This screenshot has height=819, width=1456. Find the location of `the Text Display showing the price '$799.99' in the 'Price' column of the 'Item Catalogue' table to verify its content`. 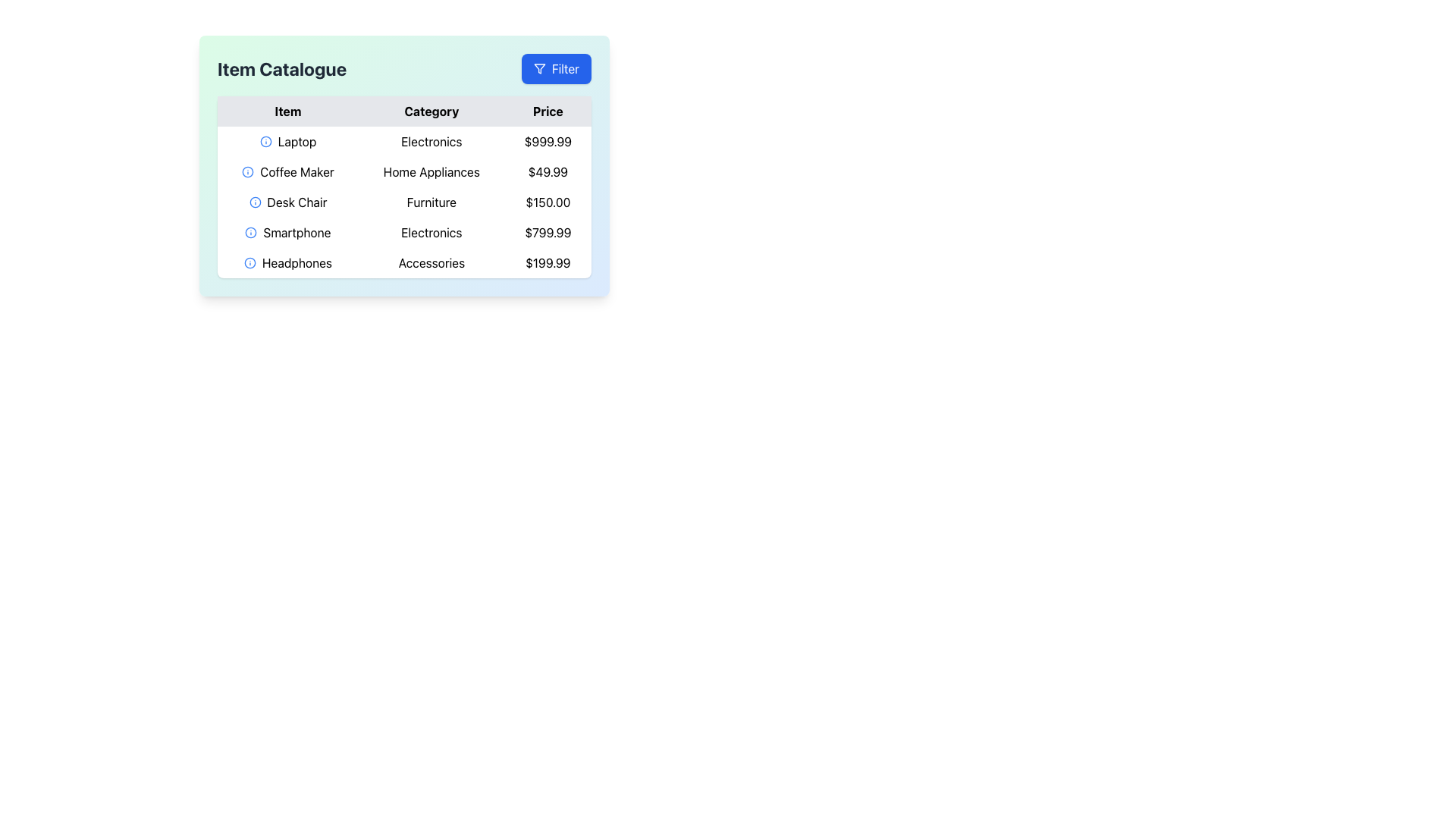

the Text Display showing the price '$799.99' in the 'Price' column of the 'Item Catalogue' table to verify its content is located at coordinates (547, 233).